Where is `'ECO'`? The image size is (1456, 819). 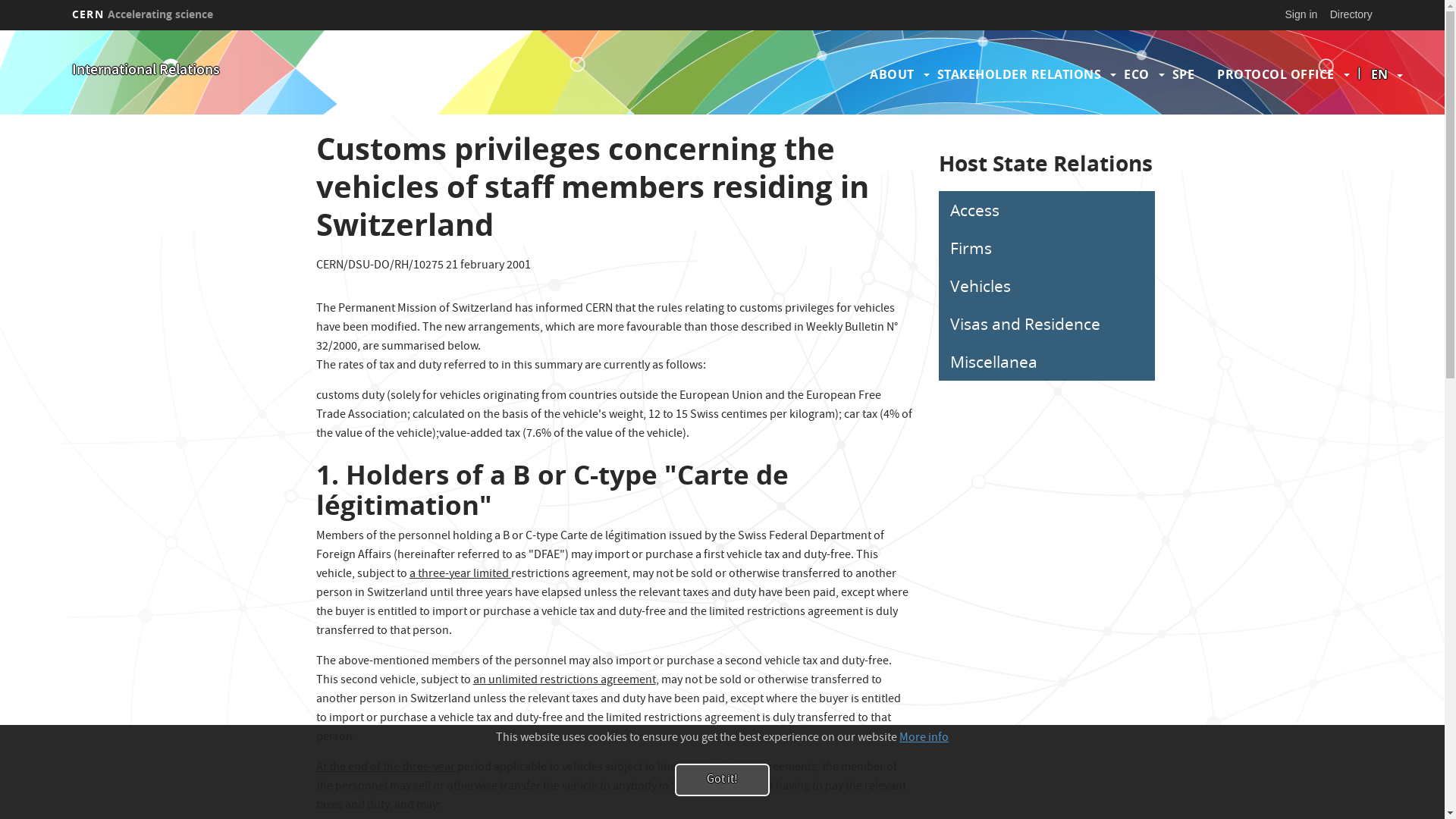
'ECO' is located at coordinates (1136, 74).